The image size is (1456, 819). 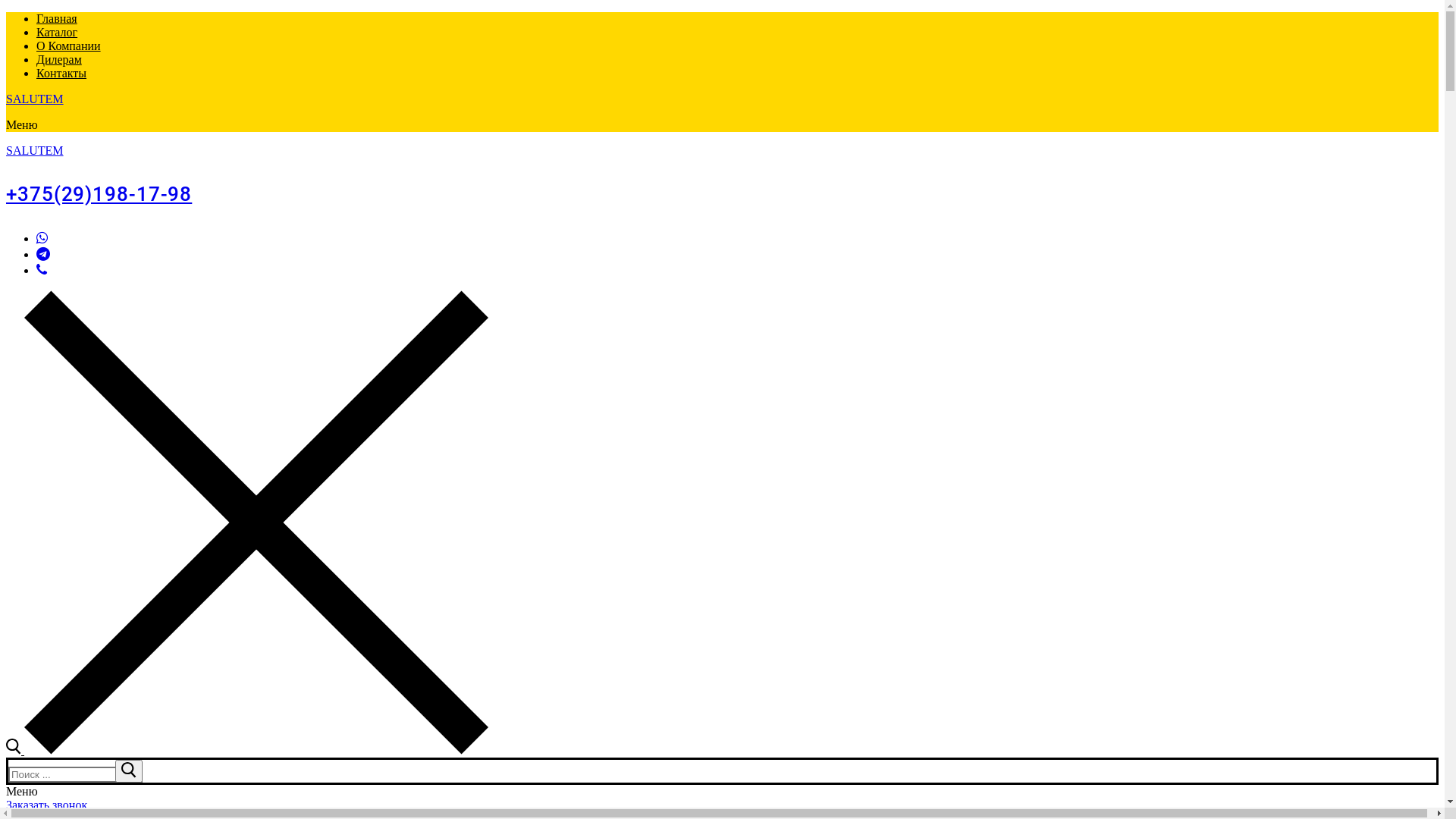 What do you see at coordinates (42, 237) in the screenshot?
I see `'WhatsApp'` at bounding box center [42, 237].